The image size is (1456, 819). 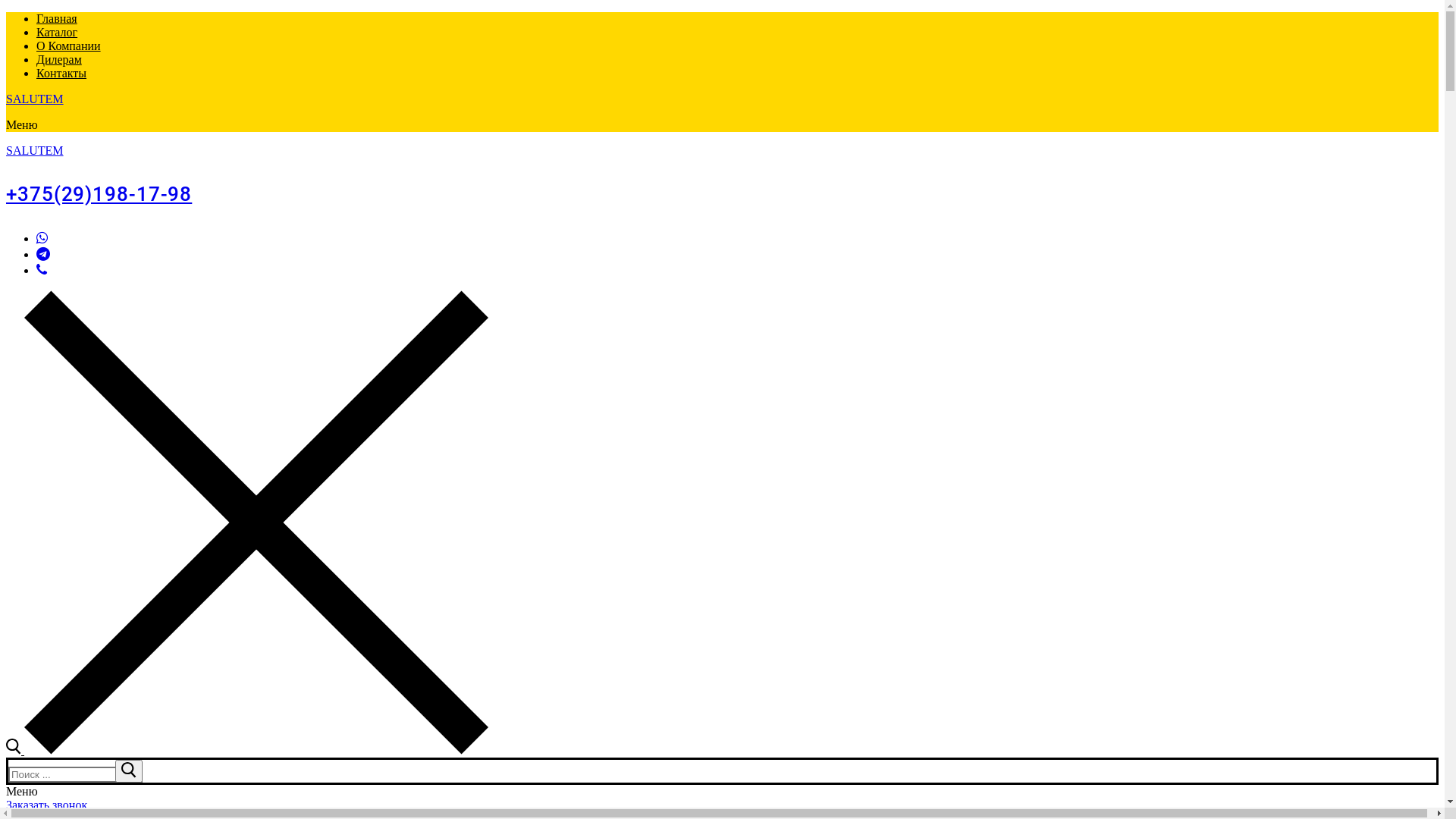 What do you see at coordinates (42, 237) in the screenshot?
I see `'WhatsApp'` at bounding box center [42, 237].